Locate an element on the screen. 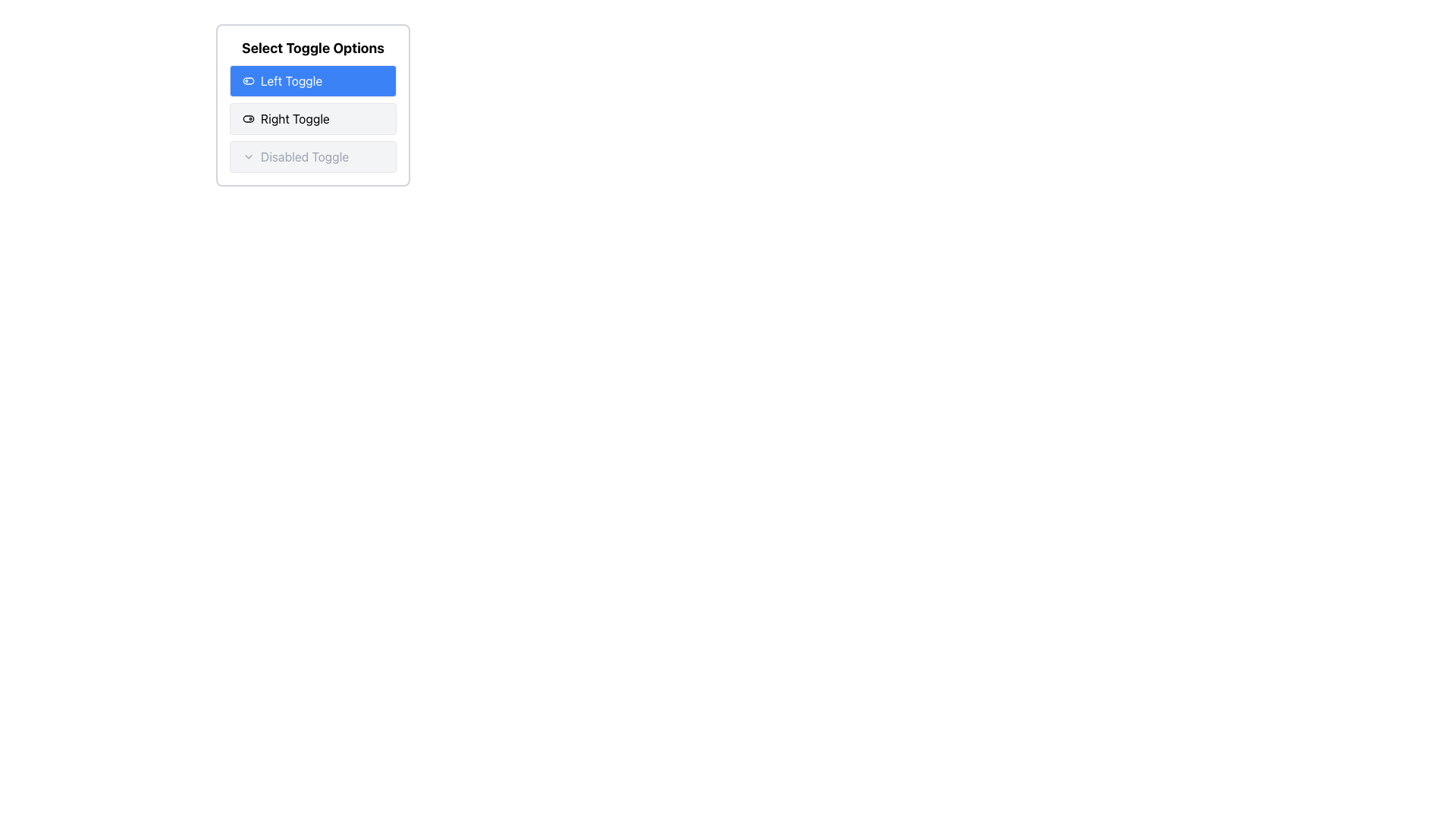 This screenshot has height=819, width=1456. the visual state of the toggle switch icon located inside the blue button labeled 'Left Toggle' in the 'Select Toggle Options' group is located at coordinates (248, 81).